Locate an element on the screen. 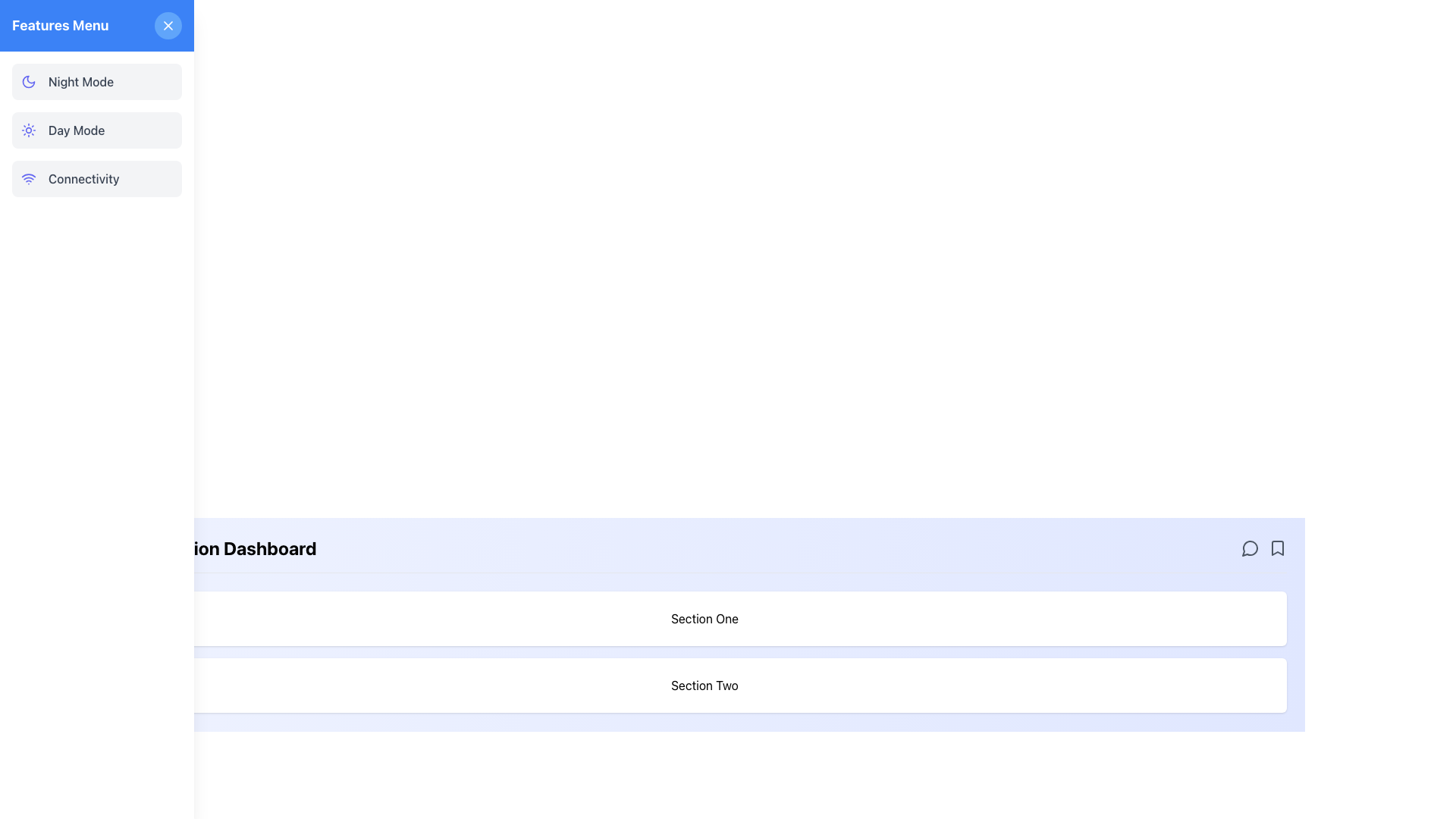 This screenshot has height=819, width=1456. the design of the 'Night Mode' icon located in the sidebar menu, which is visually distinct with its indigo color and positioned before the text 'Night Mode' is located at coordinates (29, 82).